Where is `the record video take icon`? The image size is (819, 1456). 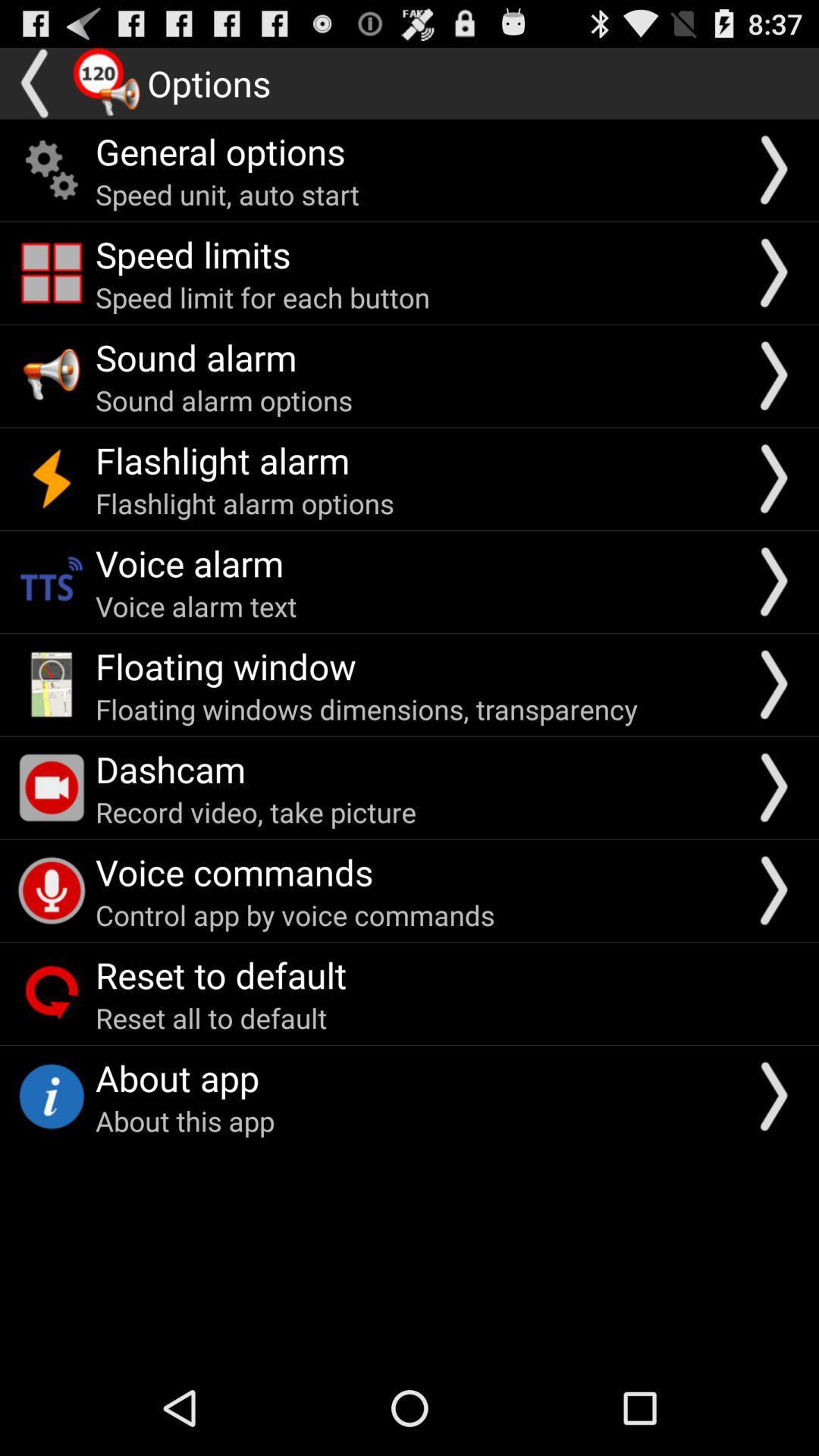 the record video take icon is located at coordinates (255, 811).